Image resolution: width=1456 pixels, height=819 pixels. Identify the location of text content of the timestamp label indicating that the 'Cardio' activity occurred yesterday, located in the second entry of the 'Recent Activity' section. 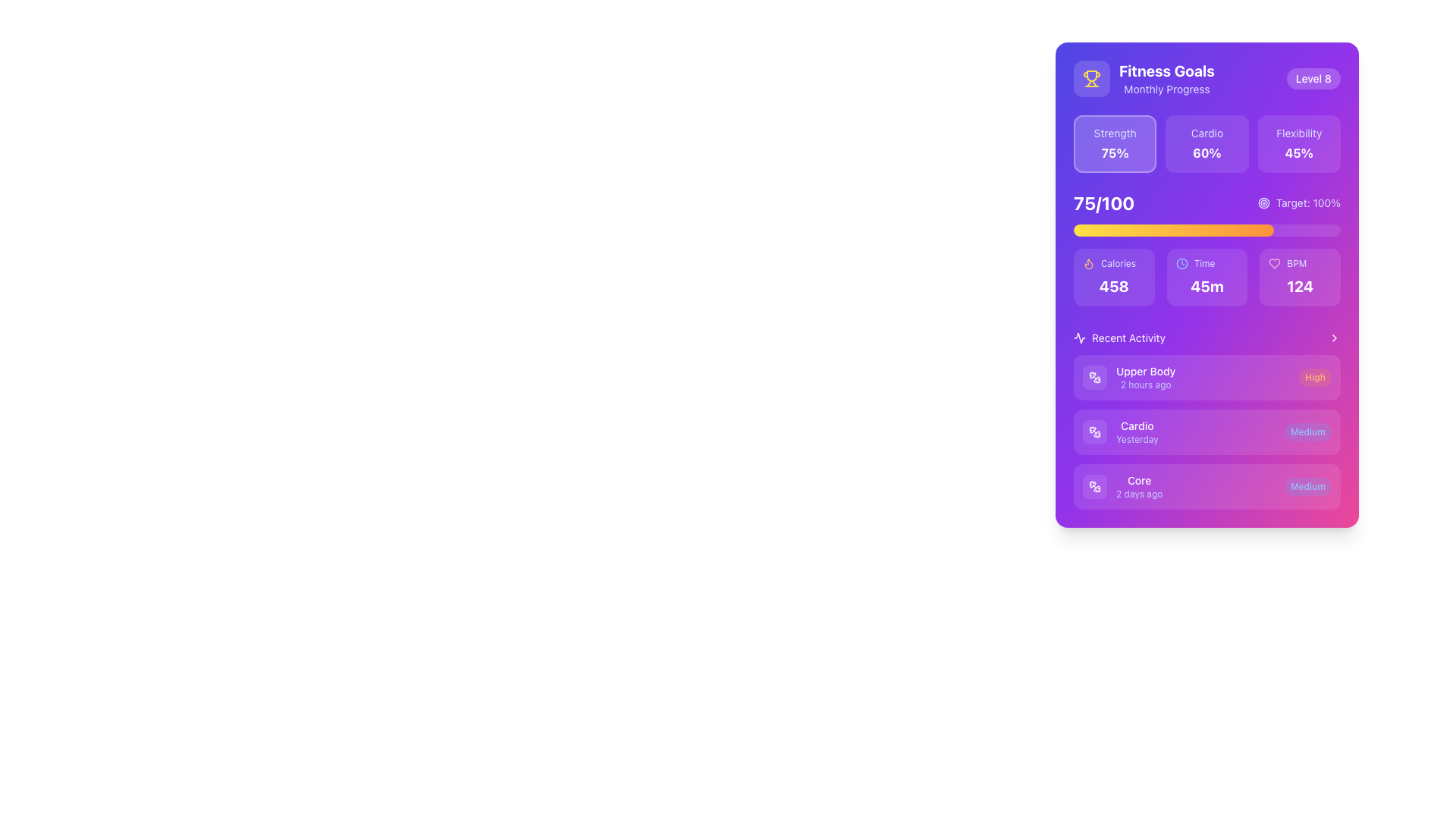
(1137, 439).